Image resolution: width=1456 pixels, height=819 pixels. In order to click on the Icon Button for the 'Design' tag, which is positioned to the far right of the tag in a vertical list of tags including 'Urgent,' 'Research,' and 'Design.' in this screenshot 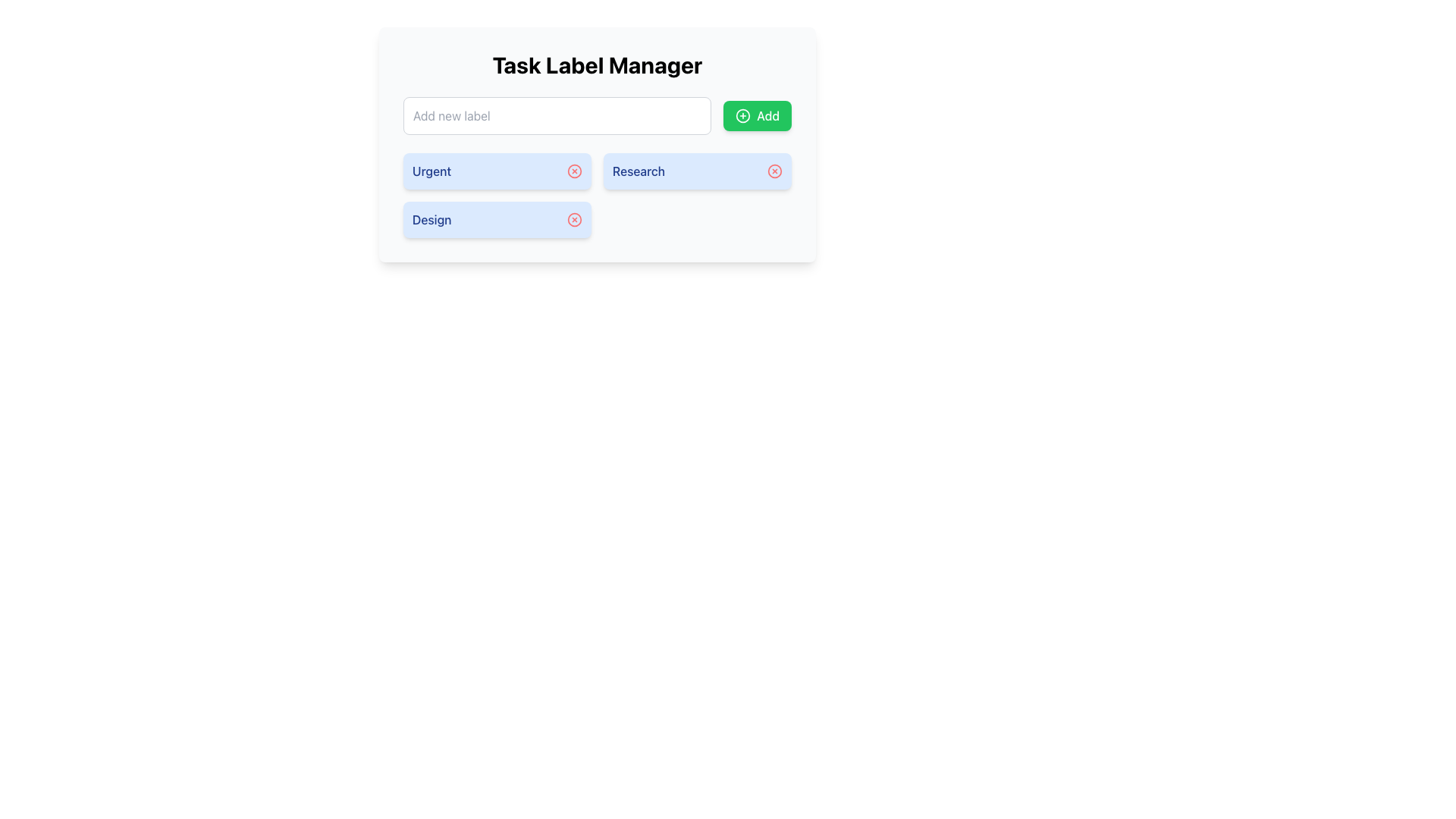, I will do `click(574, 219)`.